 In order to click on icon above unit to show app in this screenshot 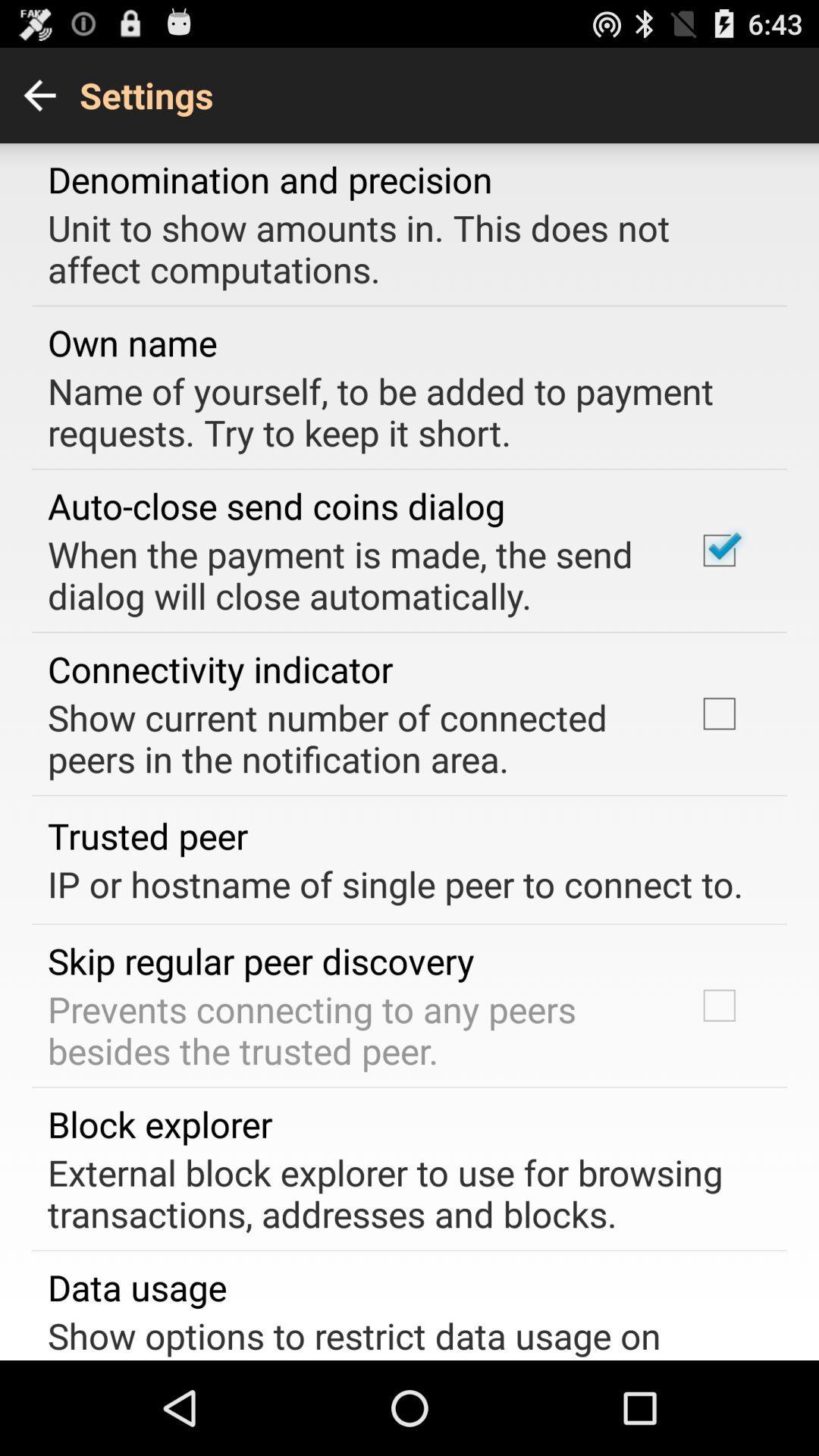, I will do `click(269, 179)`.